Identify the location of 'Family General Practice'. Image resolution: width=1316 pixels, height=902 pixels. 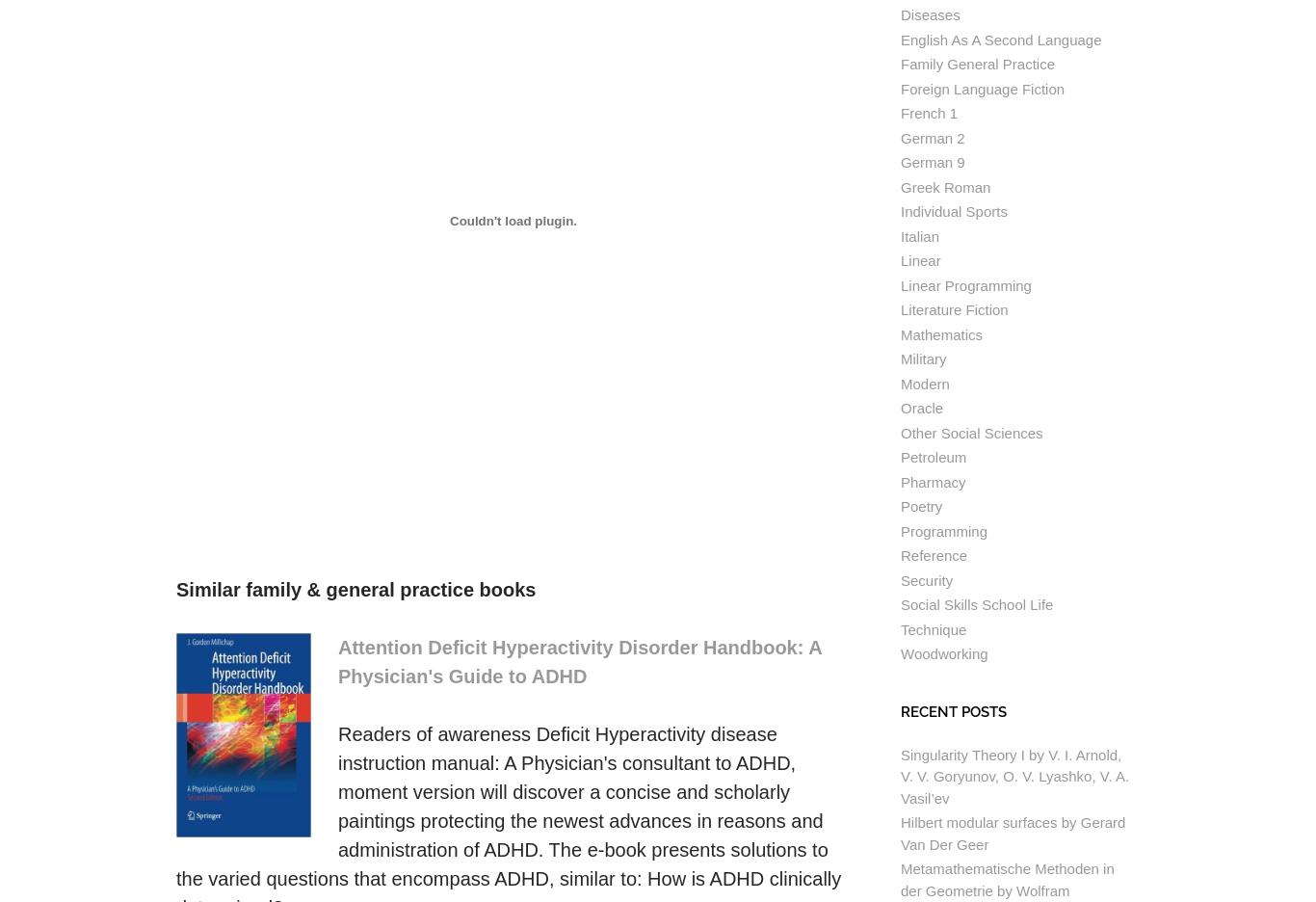
(901, 64).